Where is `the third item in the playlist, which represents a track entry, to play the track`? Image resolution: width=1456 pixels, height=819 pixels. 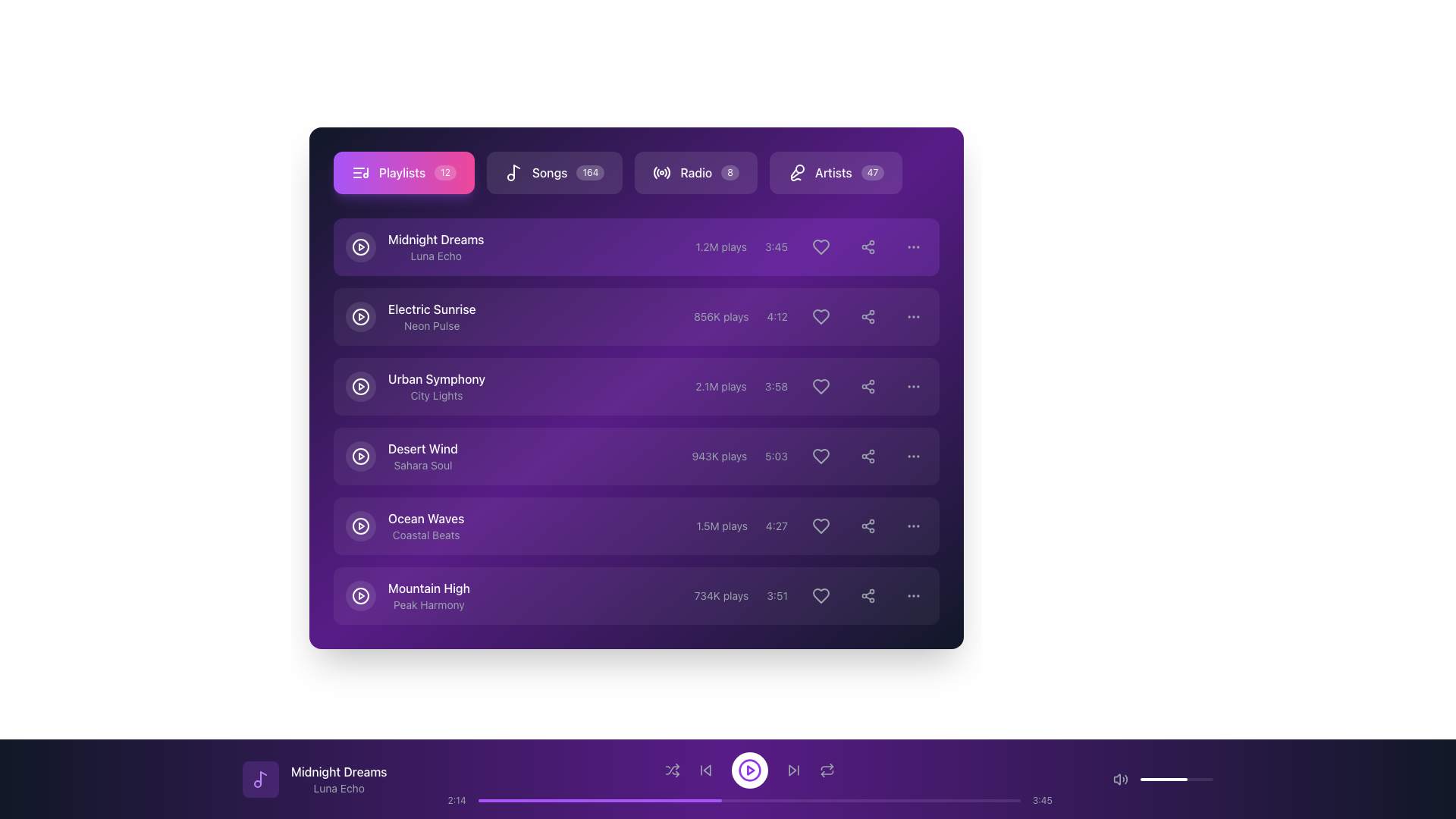 the third item in the playlist, which represents a track entry, to play the track is located at coordinates (636, 385).